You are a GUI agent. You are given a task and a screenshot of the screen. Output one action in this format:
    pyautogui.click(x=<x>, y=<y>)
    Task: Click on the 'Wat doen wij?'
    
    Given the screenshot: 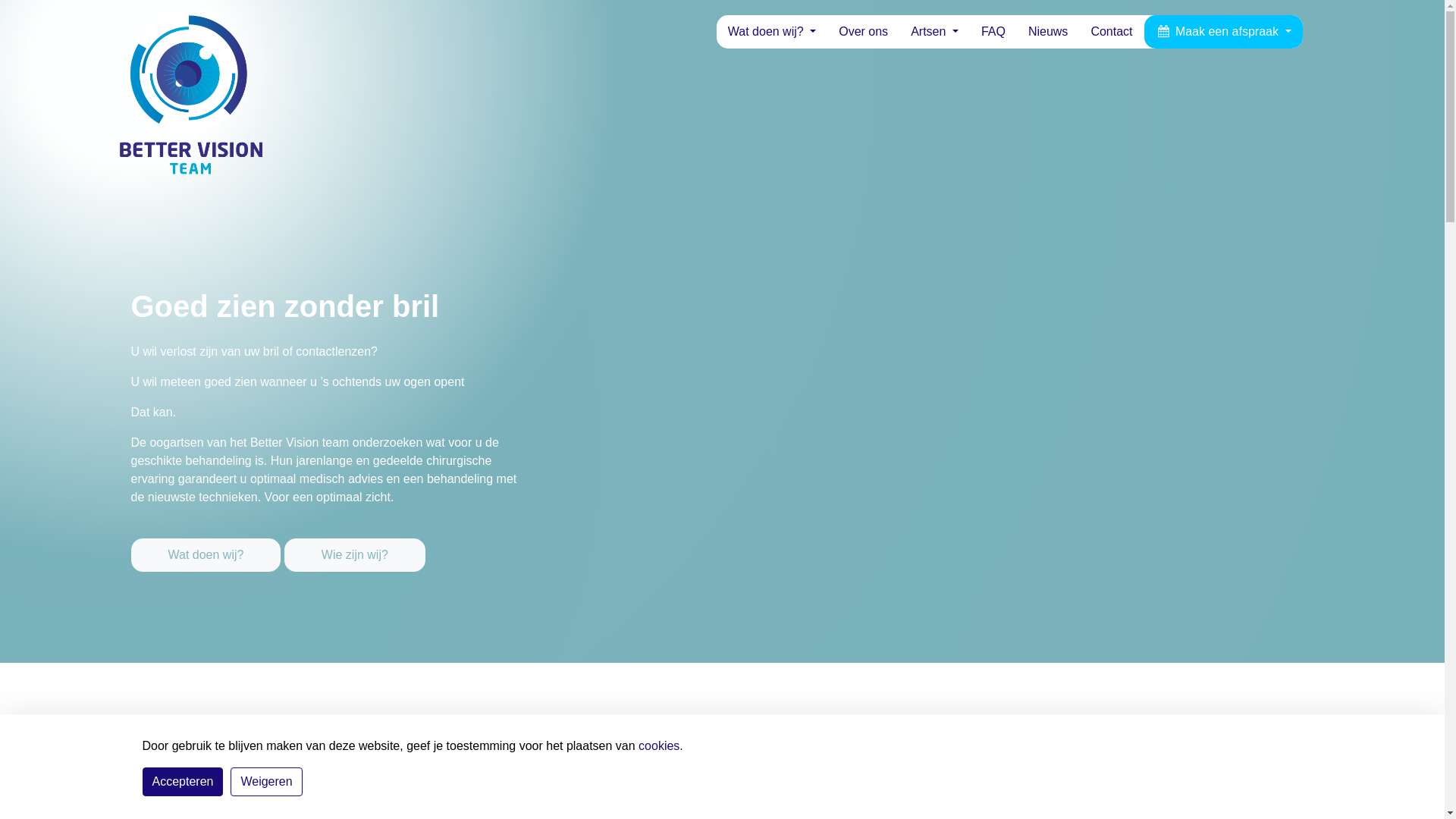 What is the action you would take?
    pyautogui.click(x=771, y=32)
    